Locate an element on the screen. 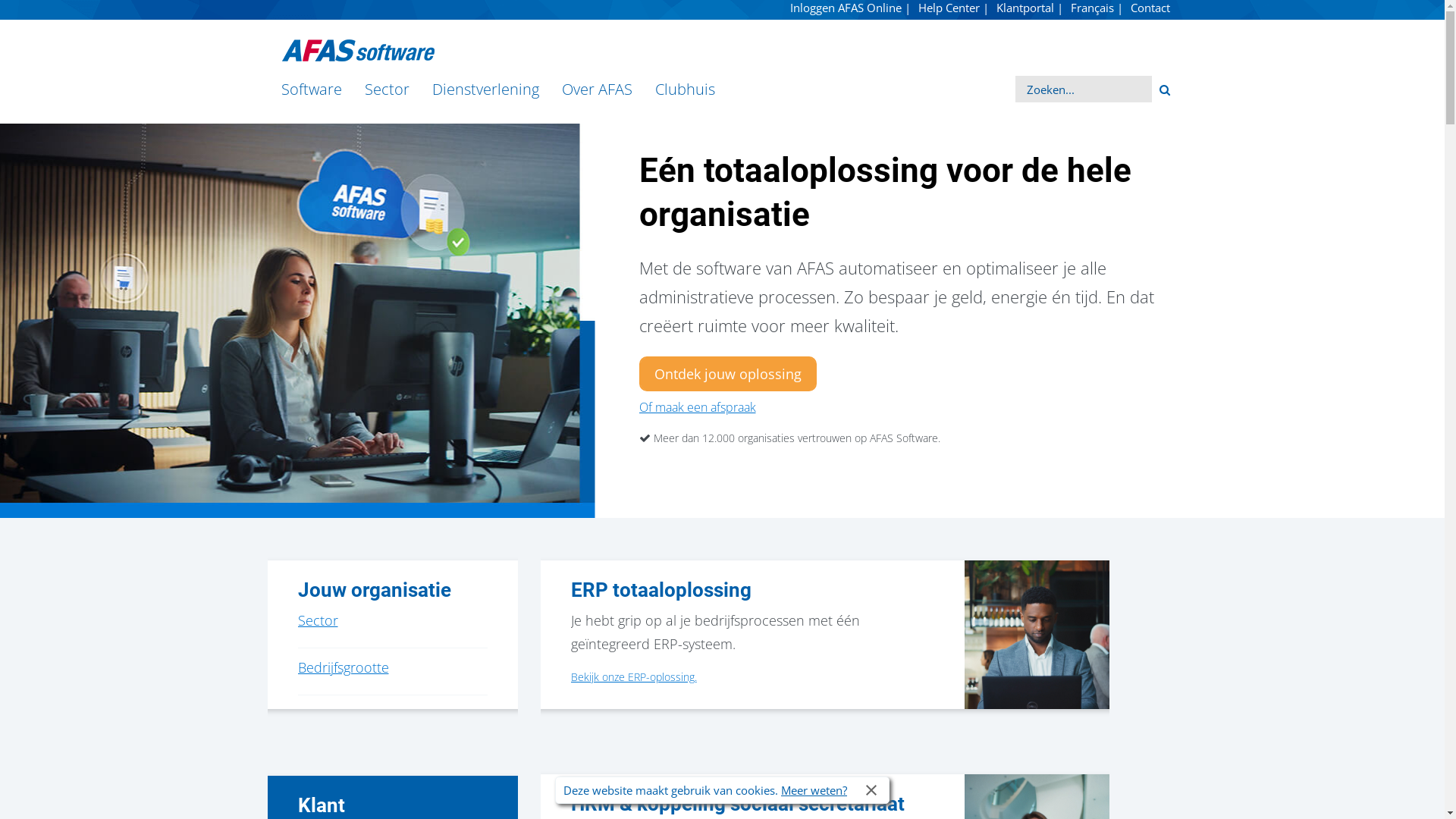  'Meer weten?' is located at coordinates (813, 789).